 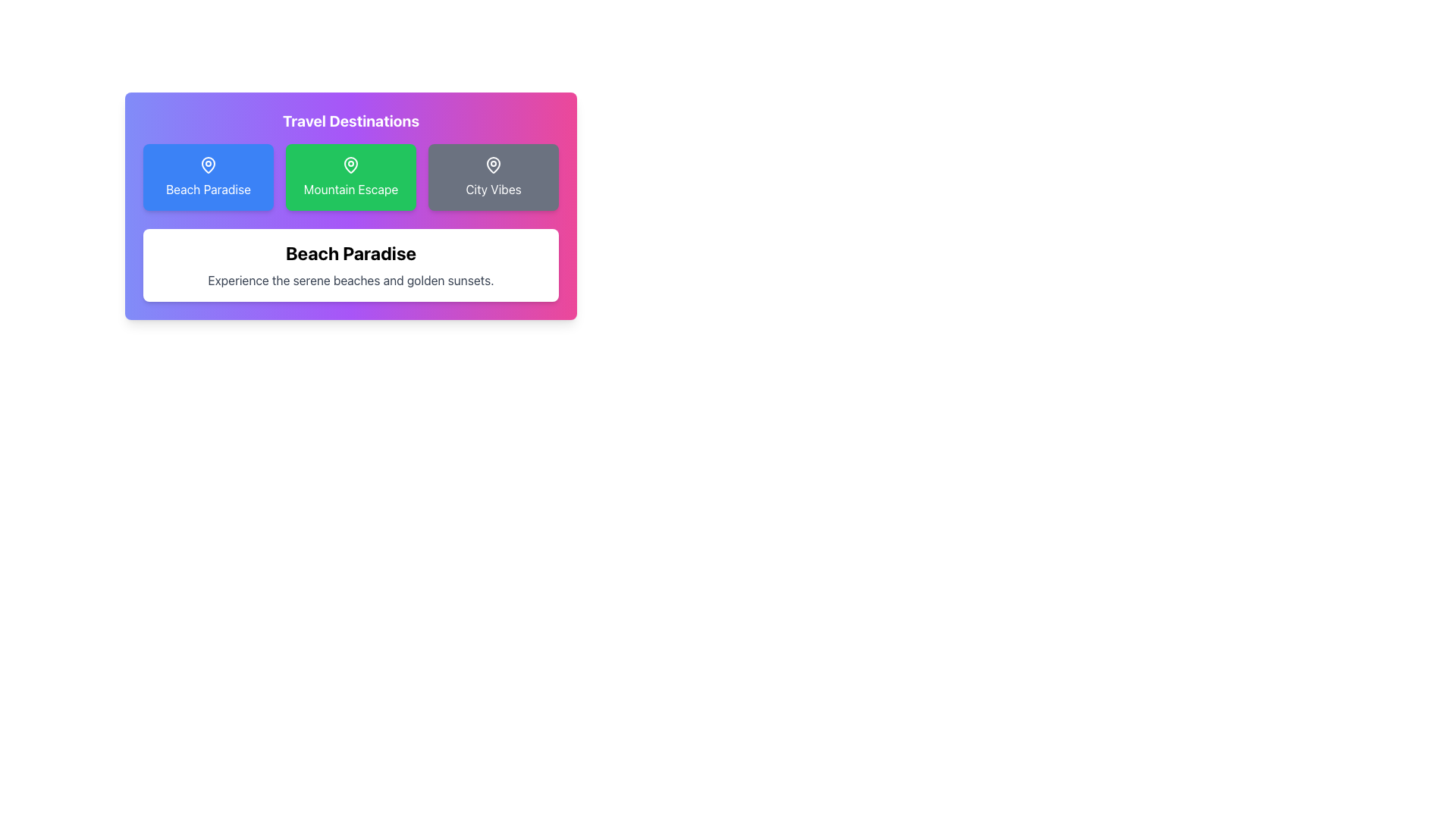 What do you see at coordinates (350, 165) in the screenshot?
I see `the SVG icon that serves as a visual indicator for the 'Mountain Escape' section, located within the green button in the top section of a travel destinations card` at bounding box center [350, 165].